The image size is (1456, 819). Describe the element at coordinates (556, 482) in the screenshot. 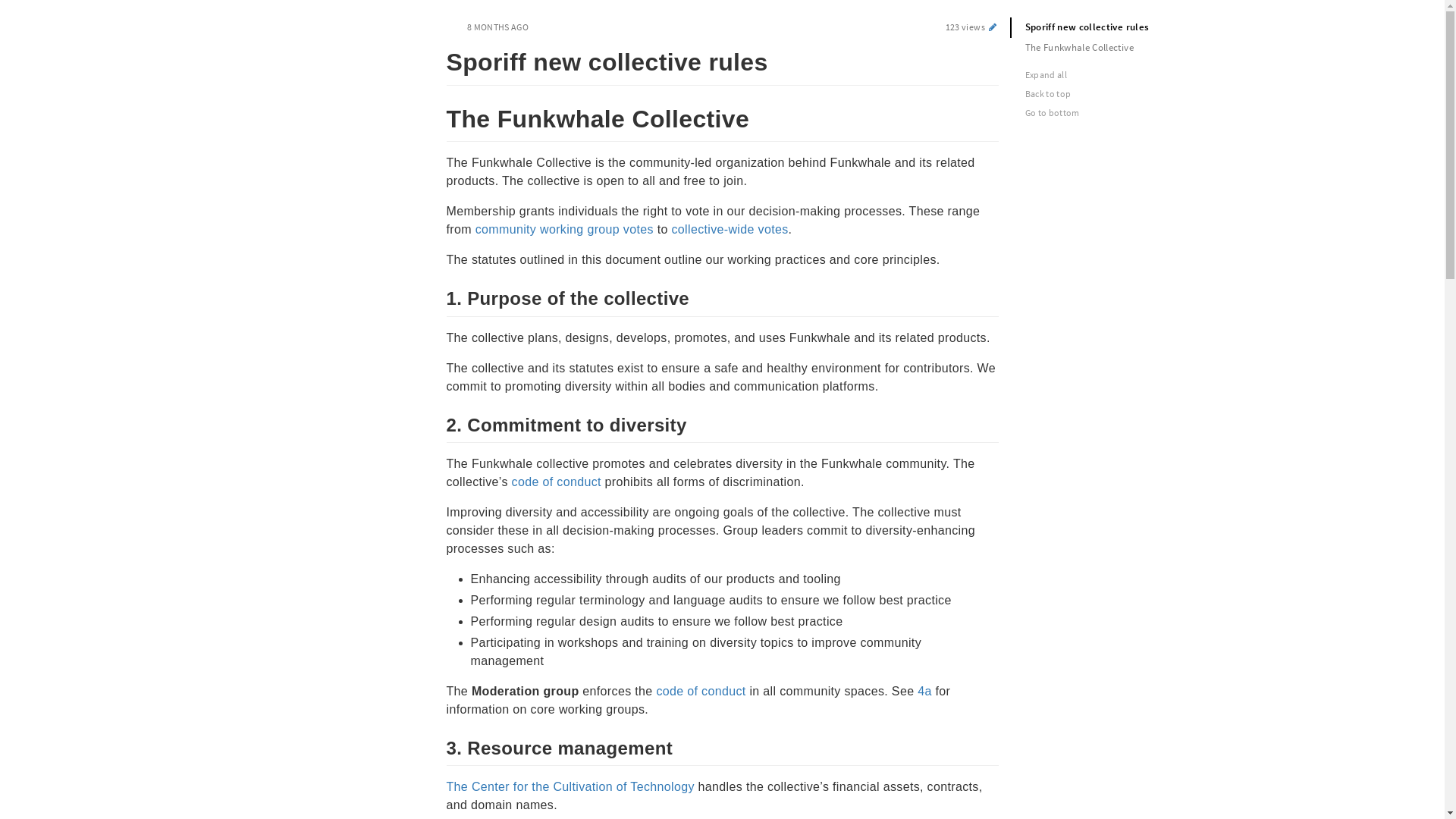

I see `'code of conduct'` at that location.